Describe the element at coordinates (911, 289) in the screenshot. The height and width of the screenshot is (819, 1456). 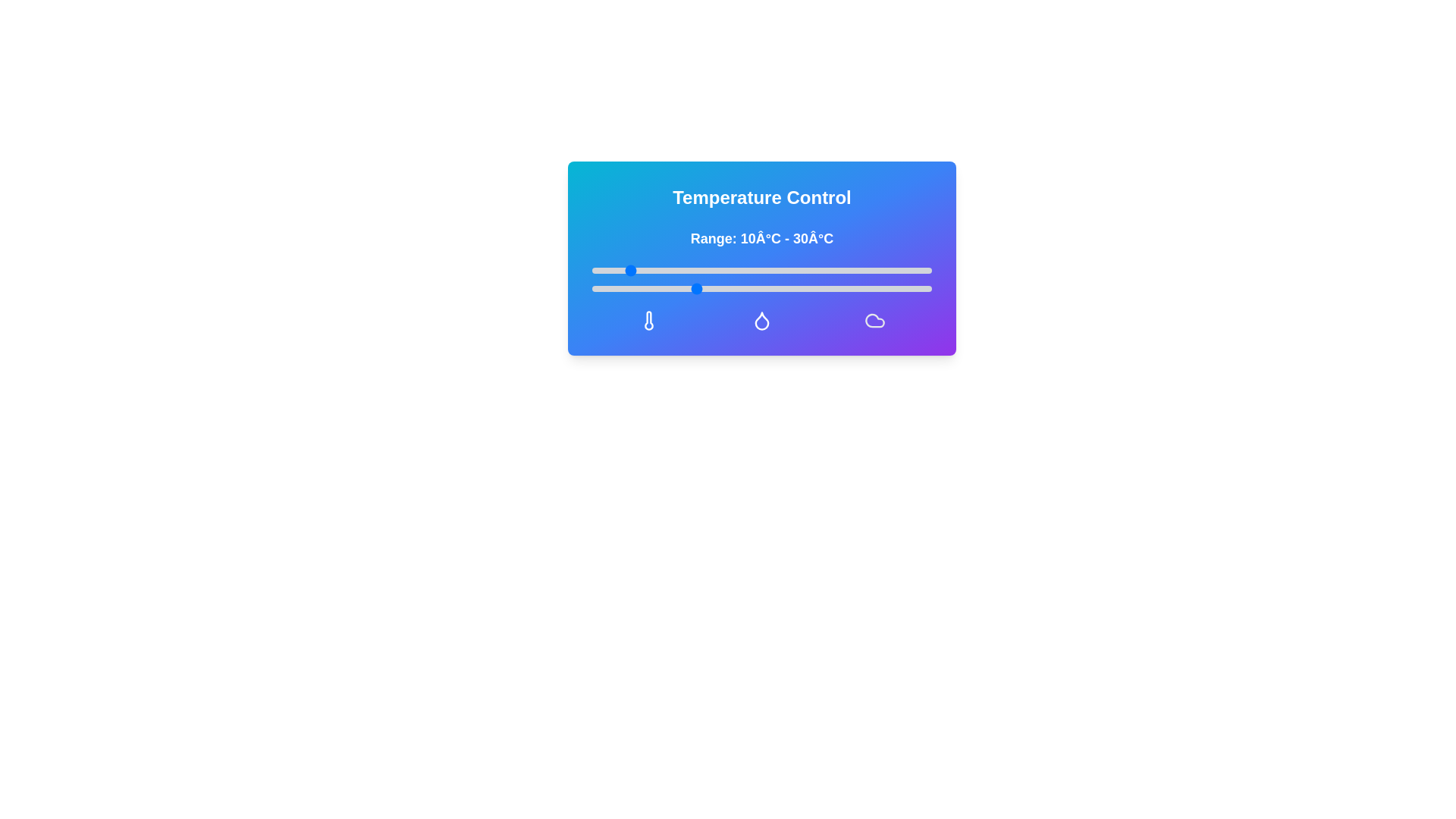
I see `the slider` at that location.